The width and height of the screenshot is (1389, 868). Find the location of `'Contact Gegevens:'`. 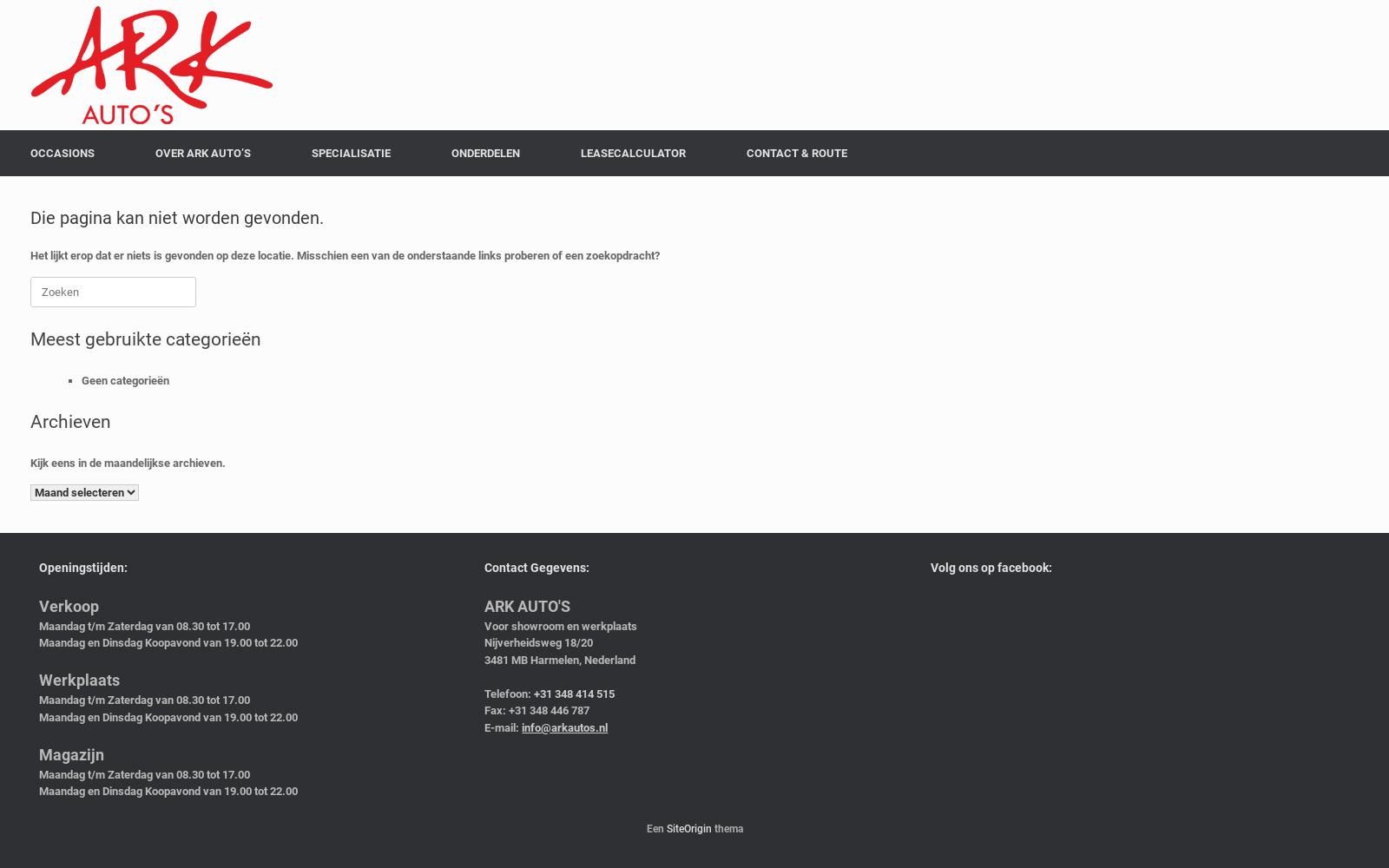

'Contact Gegevens:' is located at coordinates (537, 567).